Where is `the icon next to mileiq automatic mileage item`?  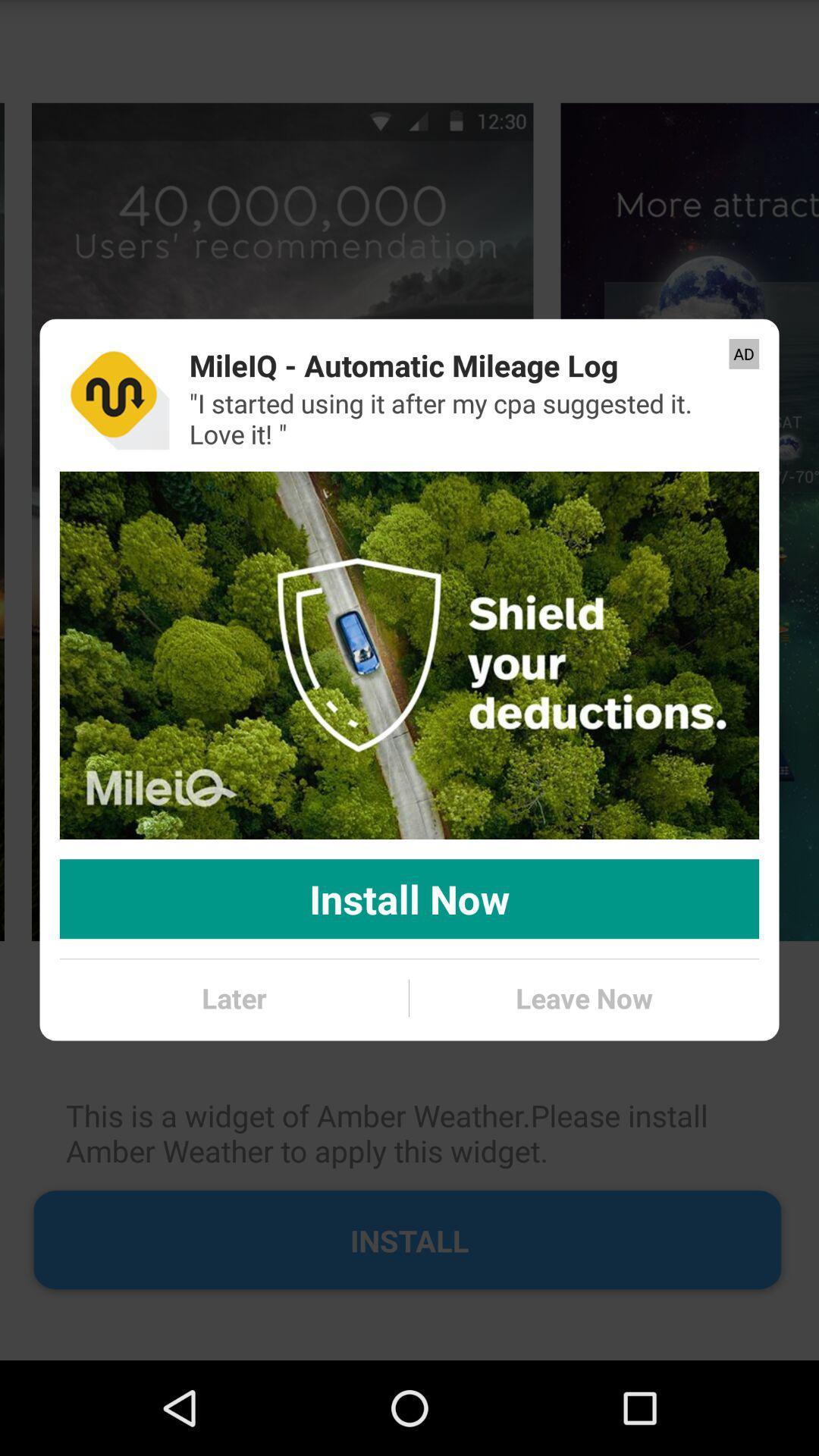 the icon next to mileiq automatic mileage item is located at coordinates (114, 394).